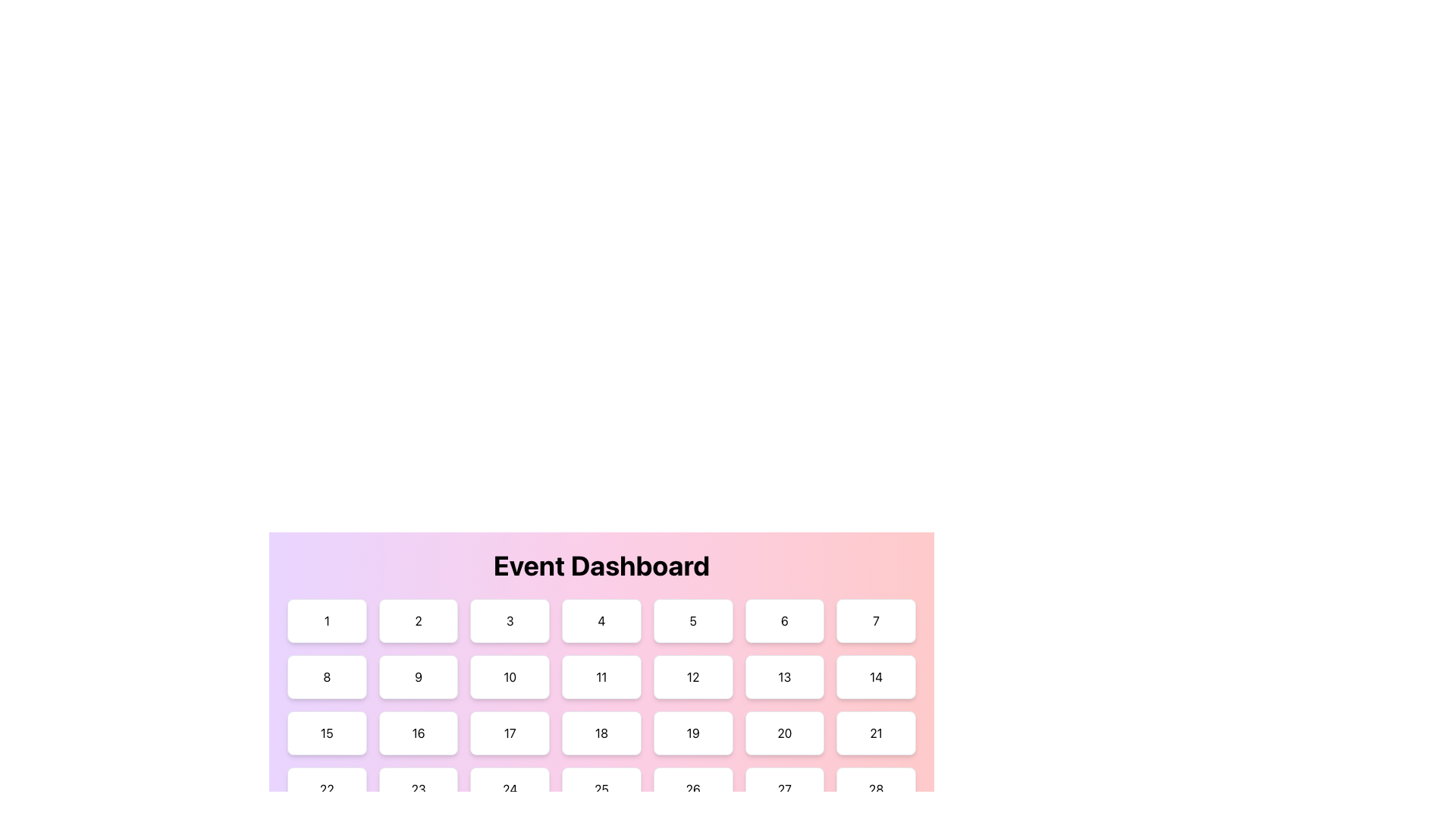 This screenshot has width=1456, height=819. I want to click on the interactive grid cell containing the number '7', so click(876, 620).